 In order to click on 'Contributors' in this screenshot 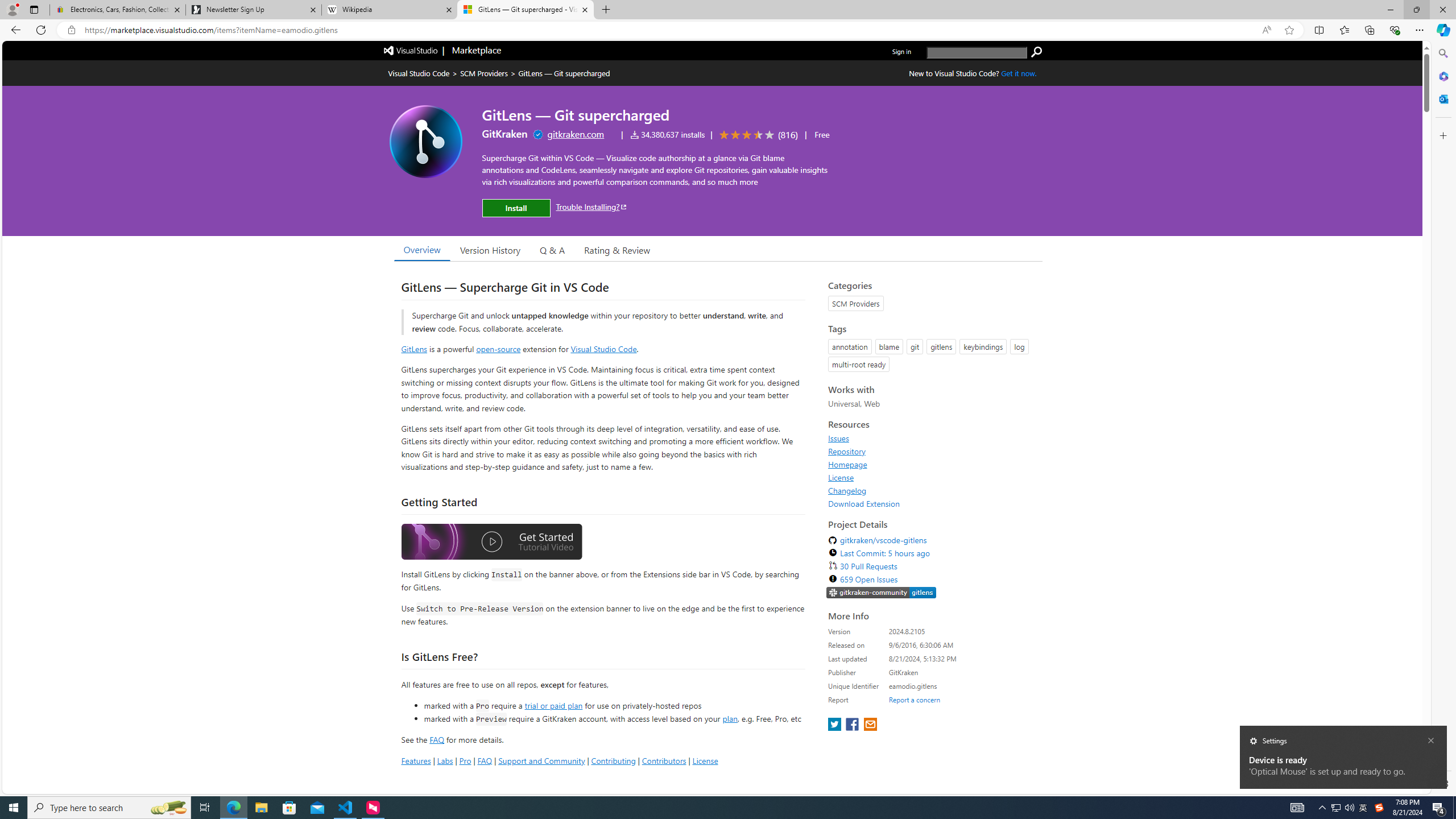, I will do `click(663, 760)`.